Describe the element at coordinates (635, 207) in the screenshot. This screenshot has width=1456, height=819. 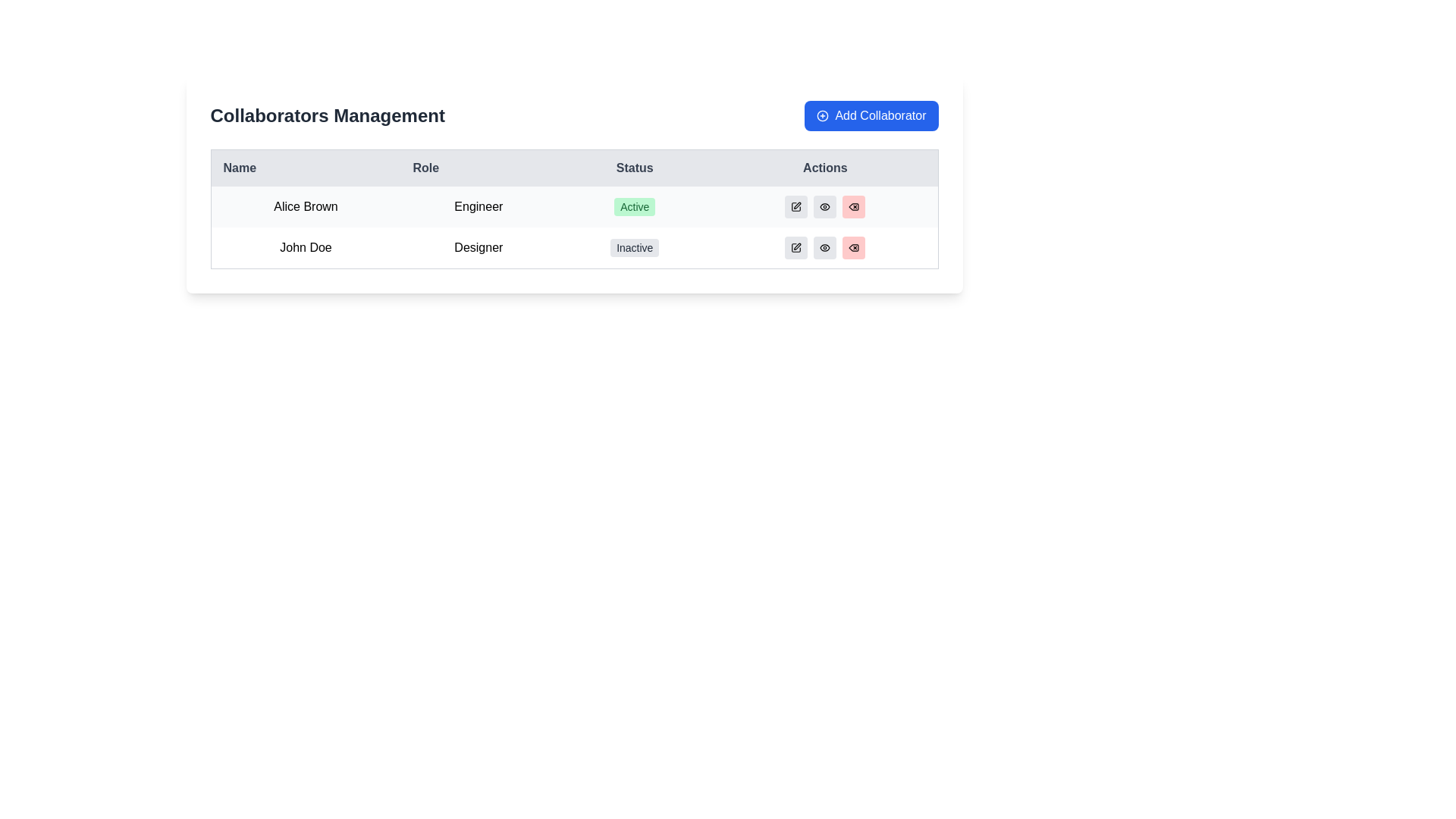
I see `status text from the 'Active' badge in the 'Status' column for user 'Alice Brown', who is an Engineer` at that location.